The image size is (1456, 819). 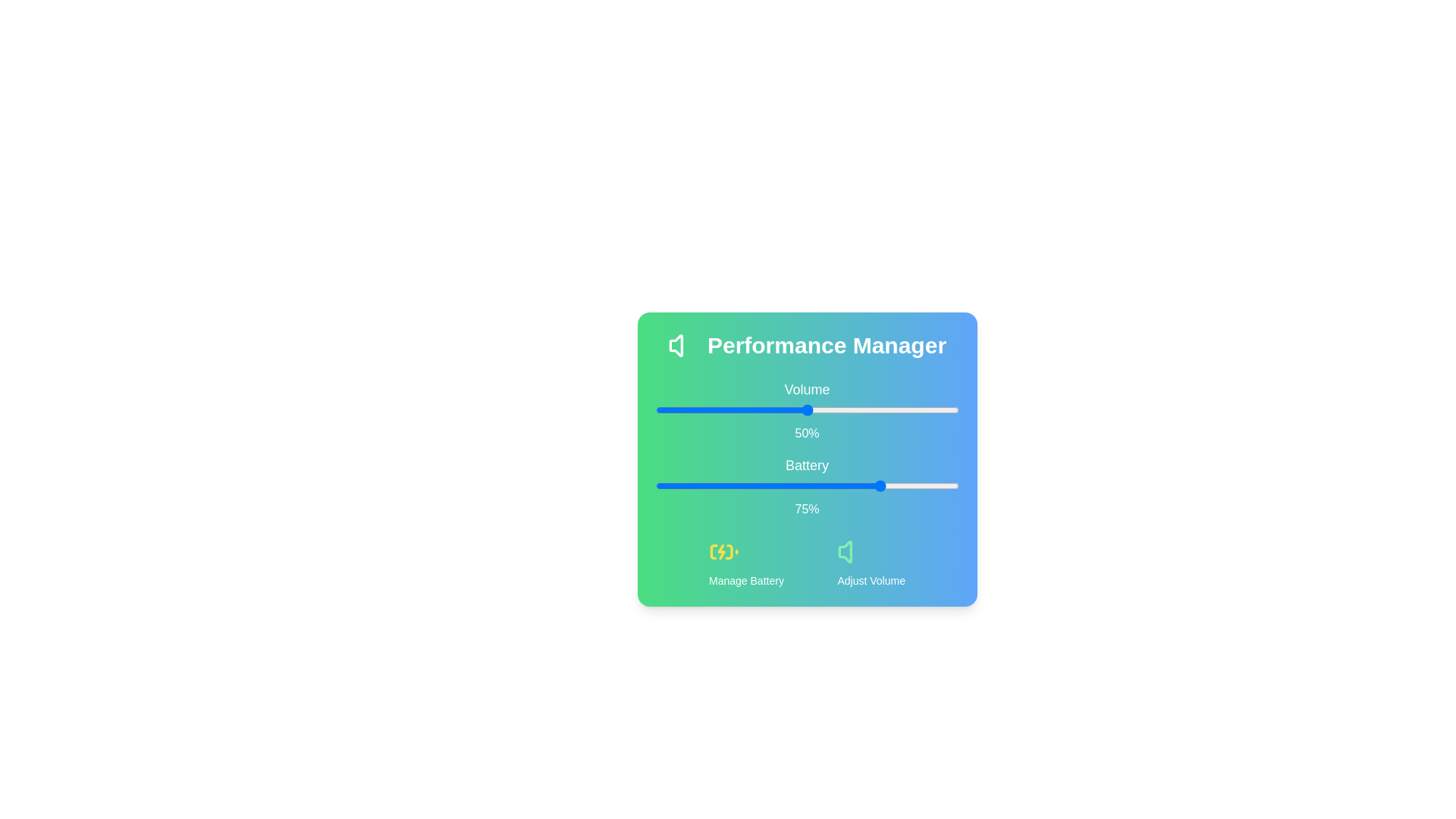 What do you see at coordinates (830, 409) in the screenshot?
I see `the volume slider to 58%` at bounding box center [830, 409].